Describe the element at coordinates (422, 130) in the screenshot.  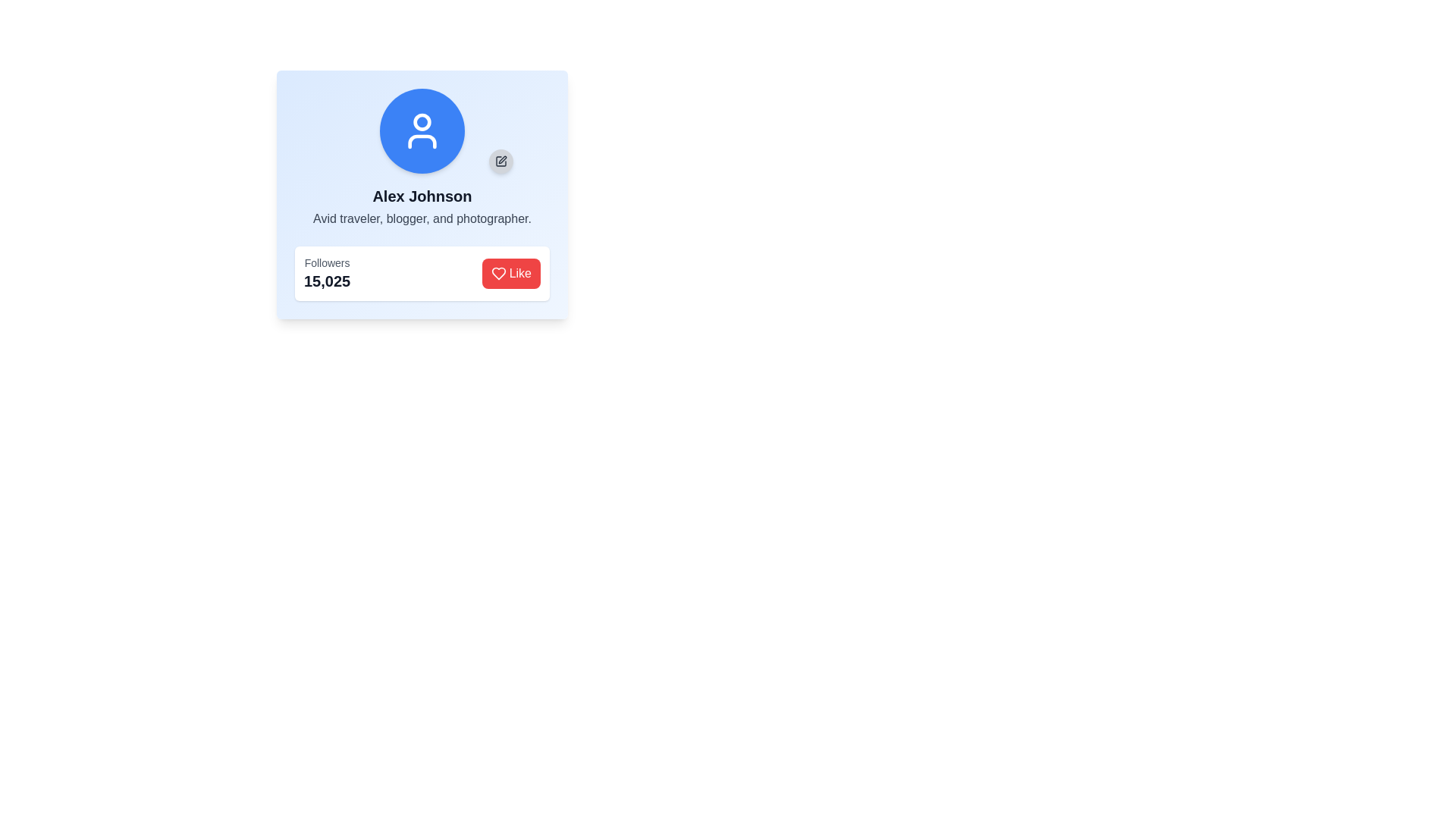
I see `the User Avatar Icon located at the top center of the card element, which serves as a profile identification icon` at that location.